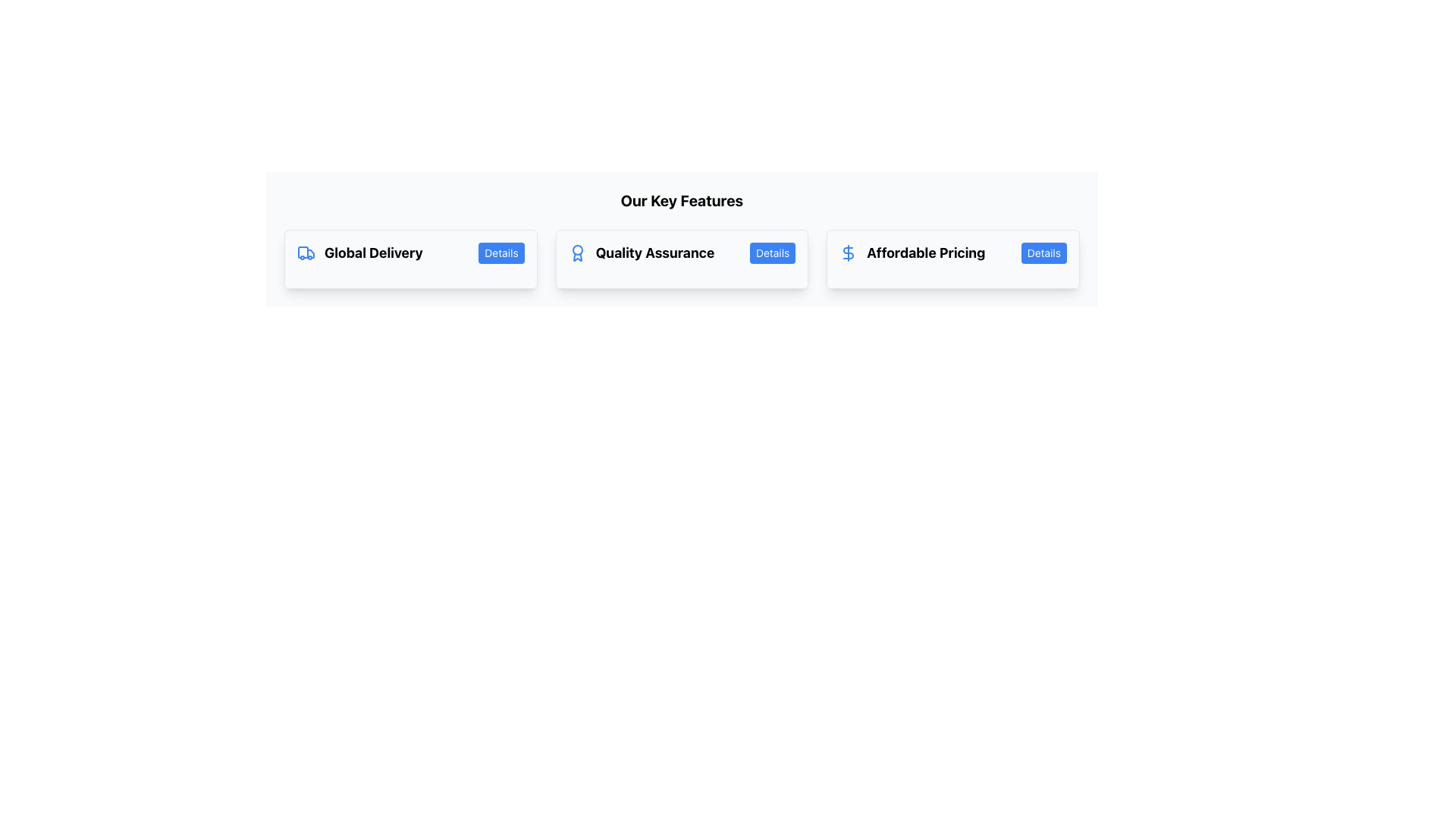  I want to click on the icon in the Feature Highlight Section, which is the second section in the three-column grid structure below 'Our Key Features', so click(681, 259).